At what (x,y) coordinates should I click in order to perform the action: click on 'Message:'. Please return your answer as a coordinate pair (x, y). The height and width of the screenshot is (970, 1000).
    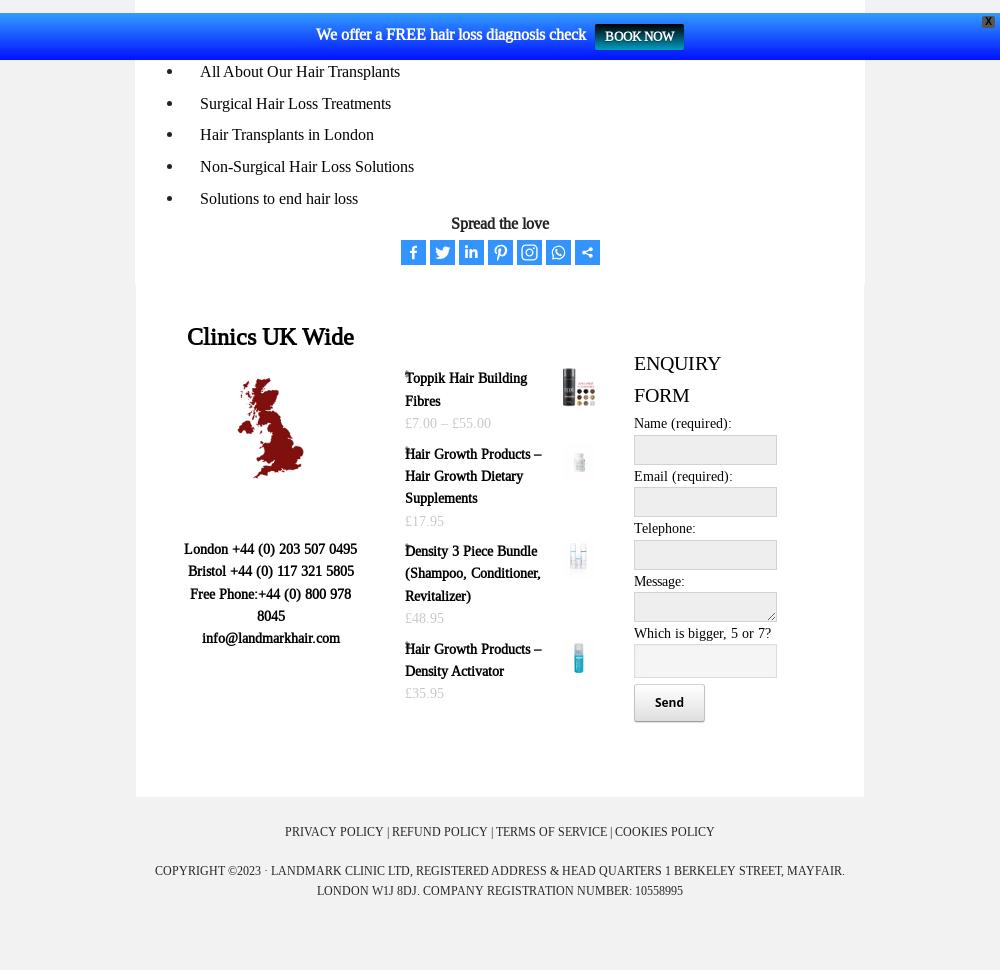
    Looking at the image, I should click on (658, 578).